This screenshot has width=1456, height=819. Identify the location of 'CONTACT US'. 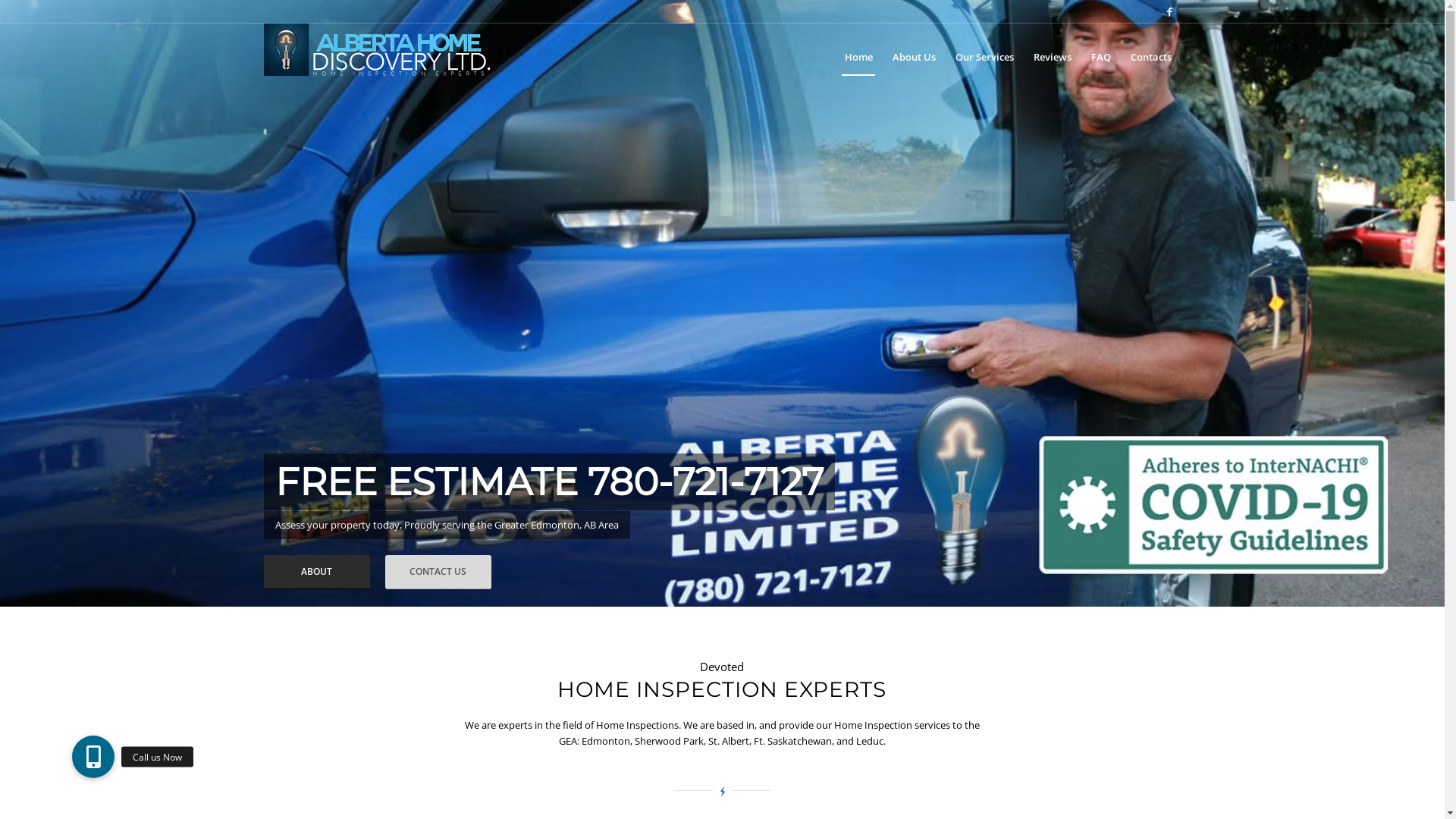
(437, 572).